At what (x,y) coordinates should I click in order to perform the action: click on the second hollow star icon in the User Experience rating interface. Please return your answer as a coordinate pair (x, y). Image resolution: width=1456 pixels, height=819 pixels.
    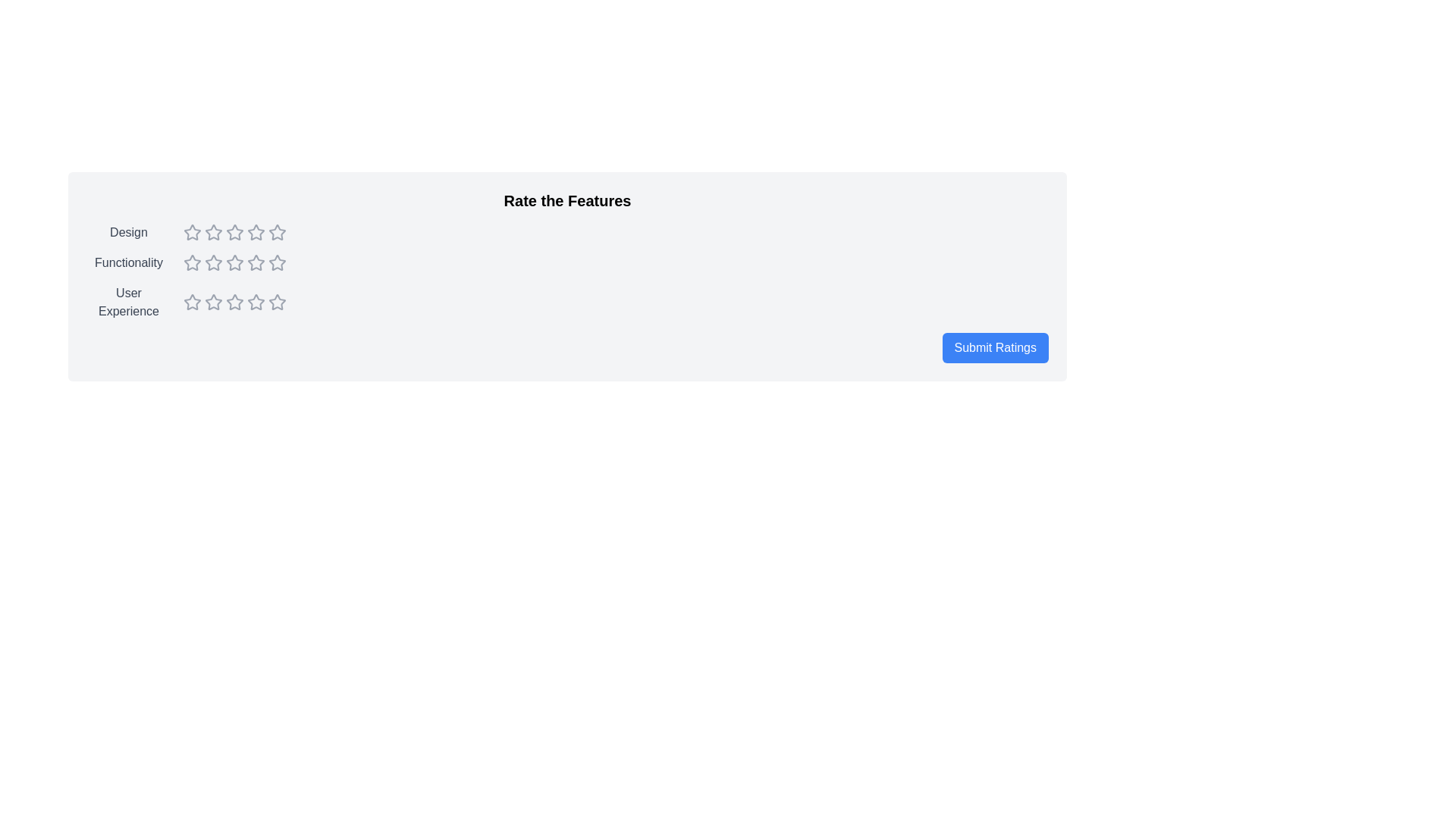
    Looking at the image, I should click on (234, 302).